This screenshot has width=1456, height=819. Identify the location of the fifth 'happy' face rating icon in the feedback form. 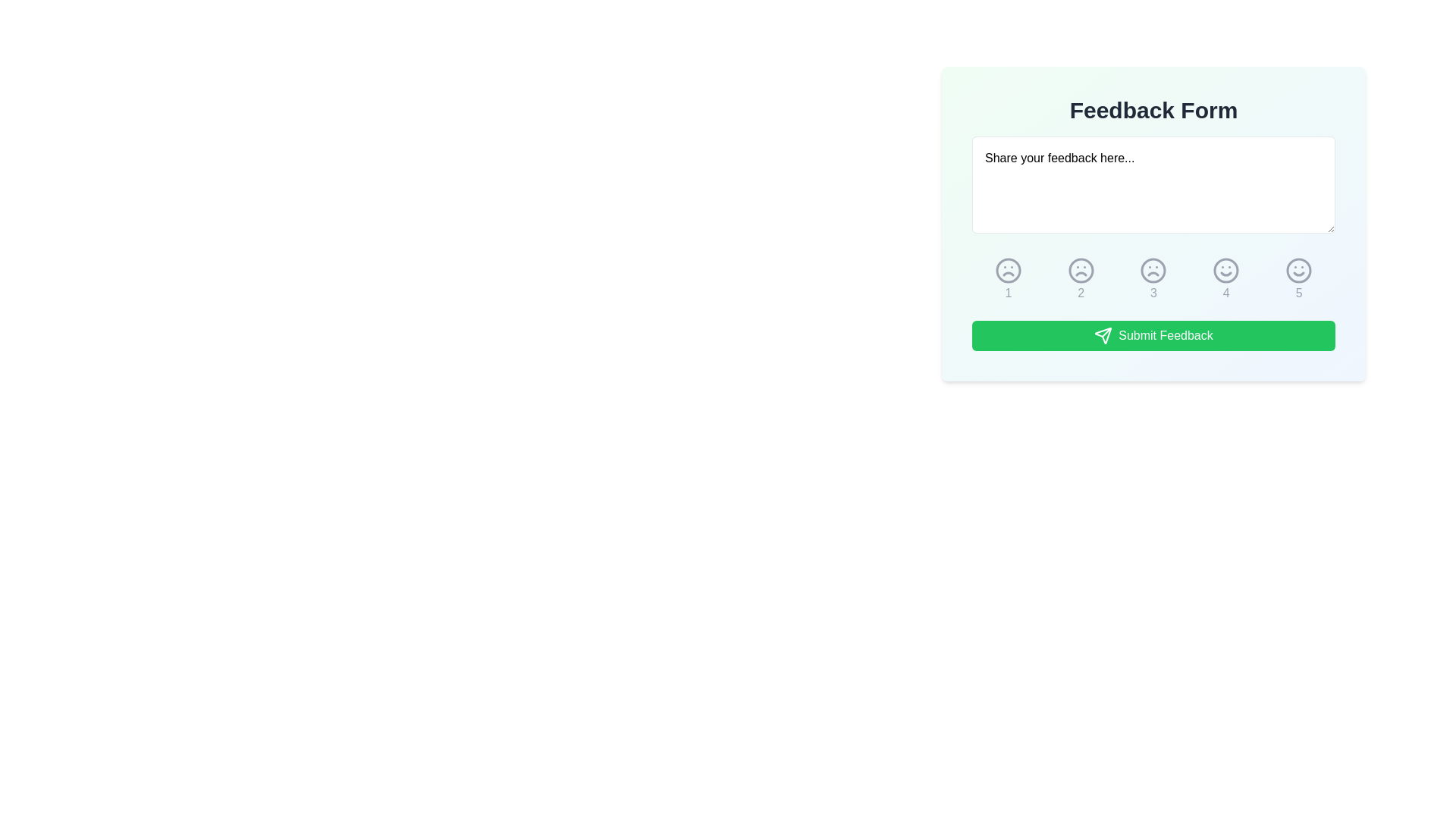
(1298, 270).